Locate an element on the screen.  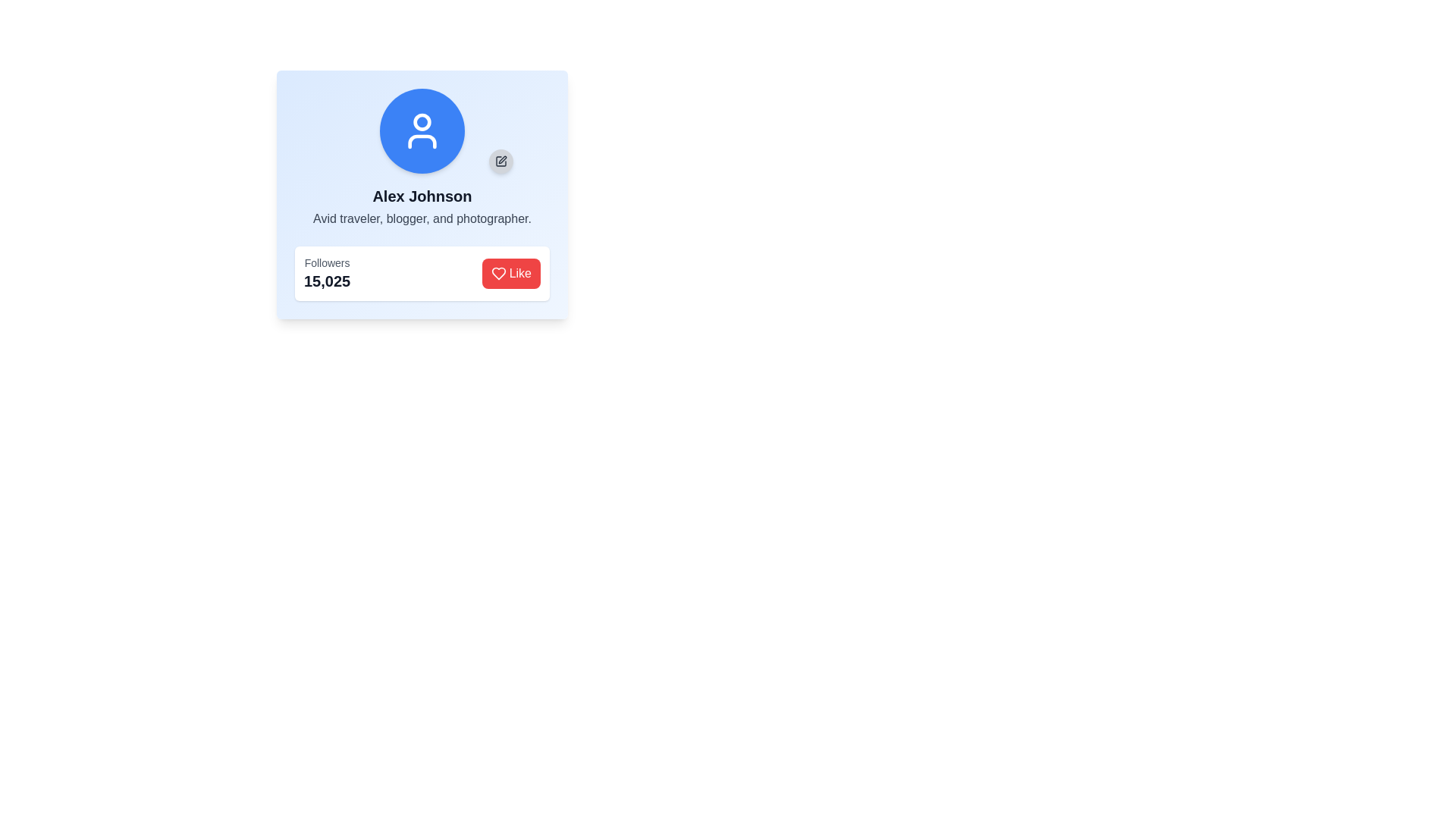
the red heart-shaped SVG icon within the 'Like' button located at the bottom right corner of the user profile card to interact with the like button is located at coordinates (498, 274).